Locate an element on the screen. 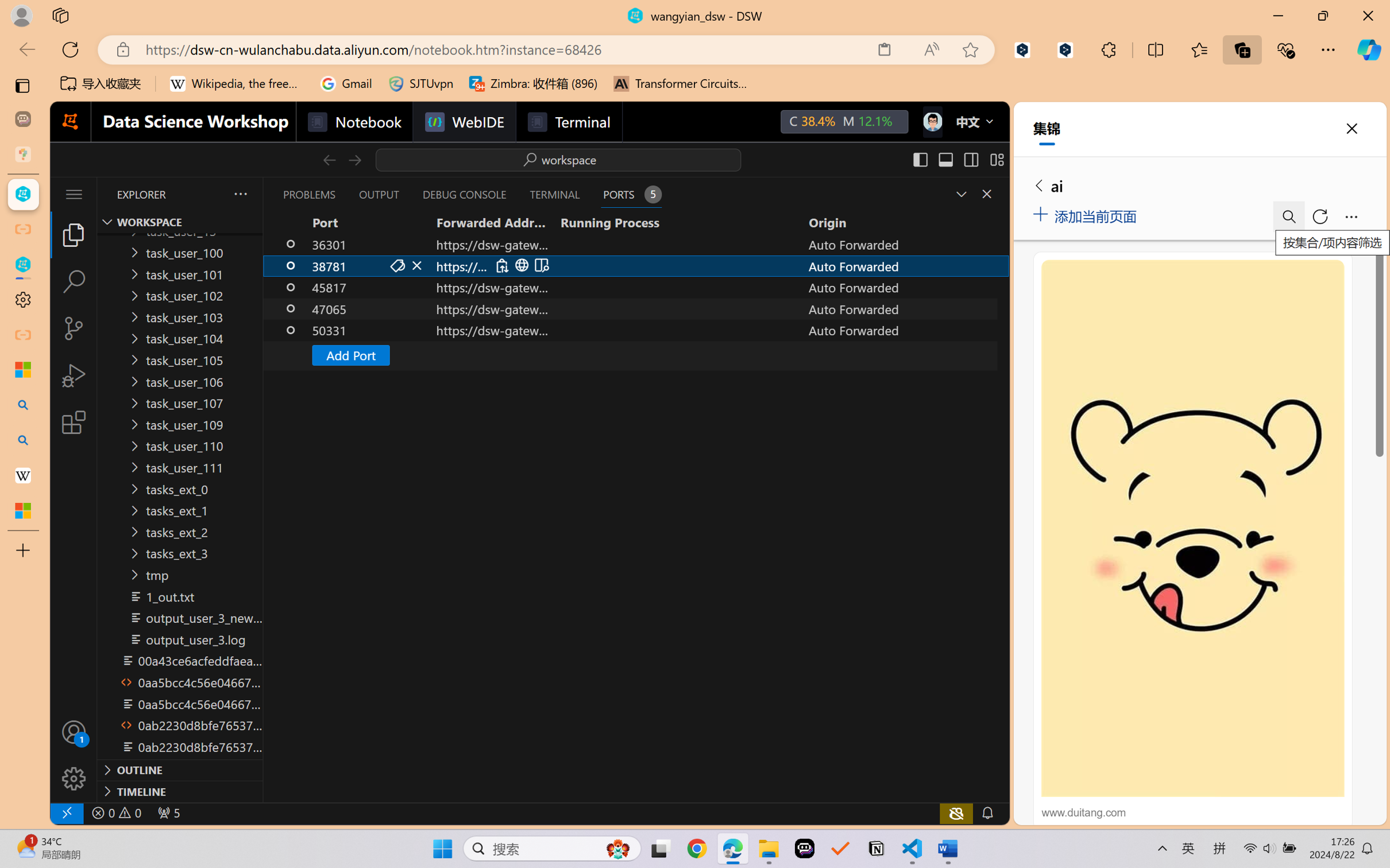  'Class: next-menu next-hoz widgets--iconMenu--BFkiHRM' is located at coordinates (931, 121).